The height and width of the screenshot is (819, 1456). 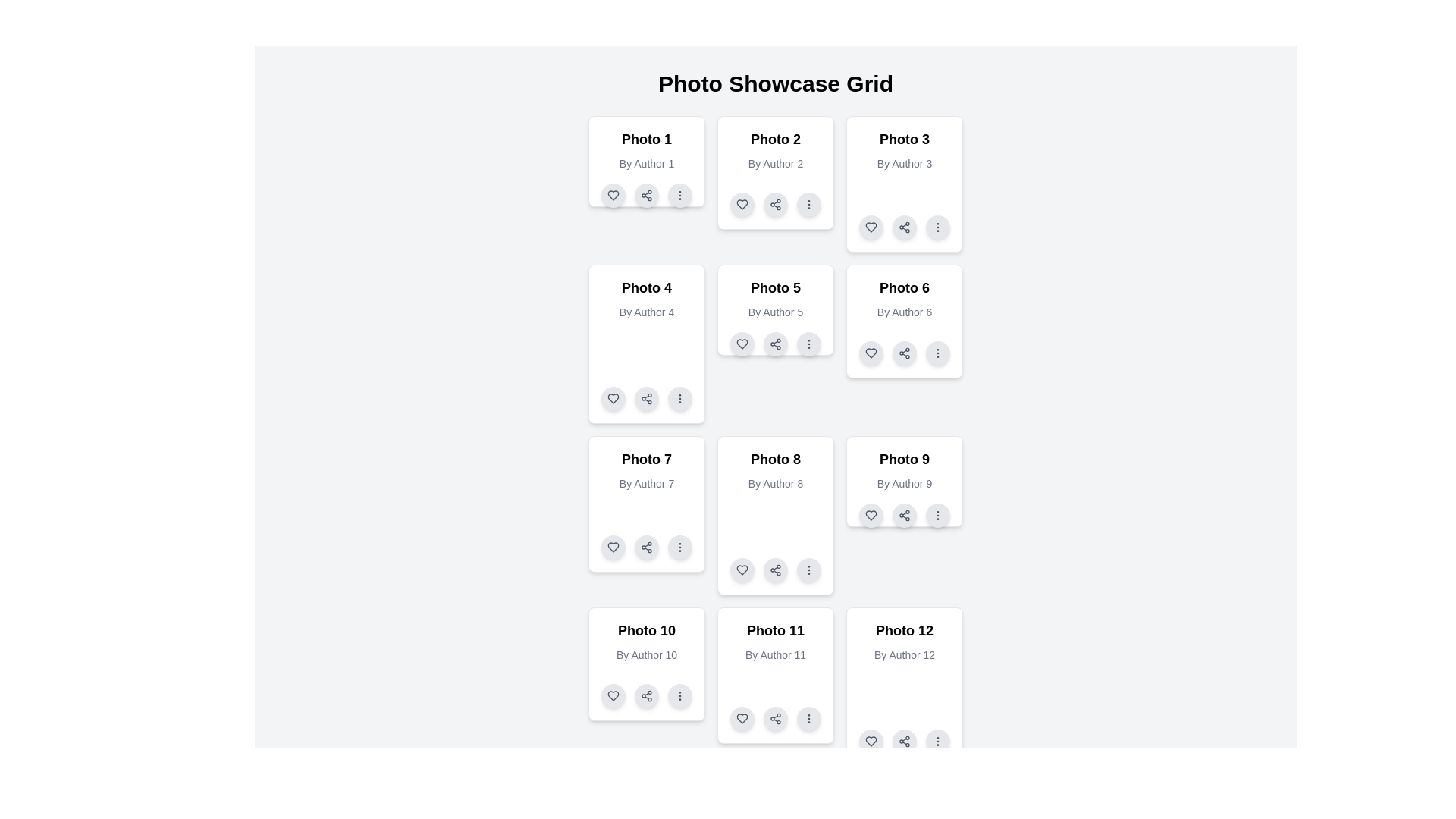 I want to click on the button with an ellipsis icon located at the bottom right corner of the 'Photo 10' card, so click(x=679, y=696).